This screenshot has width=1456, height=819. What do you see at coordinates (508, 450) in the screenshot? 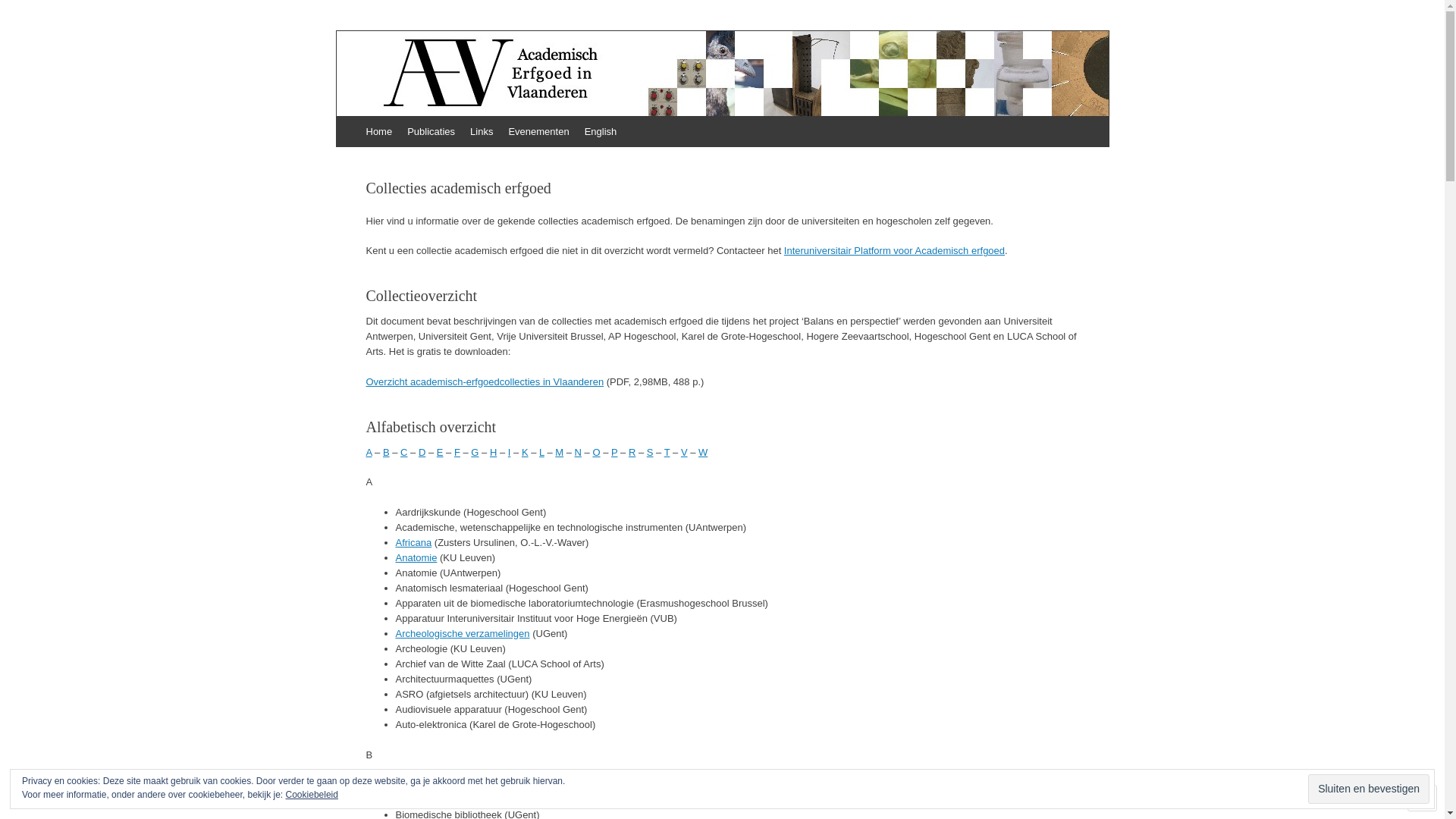
I see `'I'` at bounding box center [508, 450].